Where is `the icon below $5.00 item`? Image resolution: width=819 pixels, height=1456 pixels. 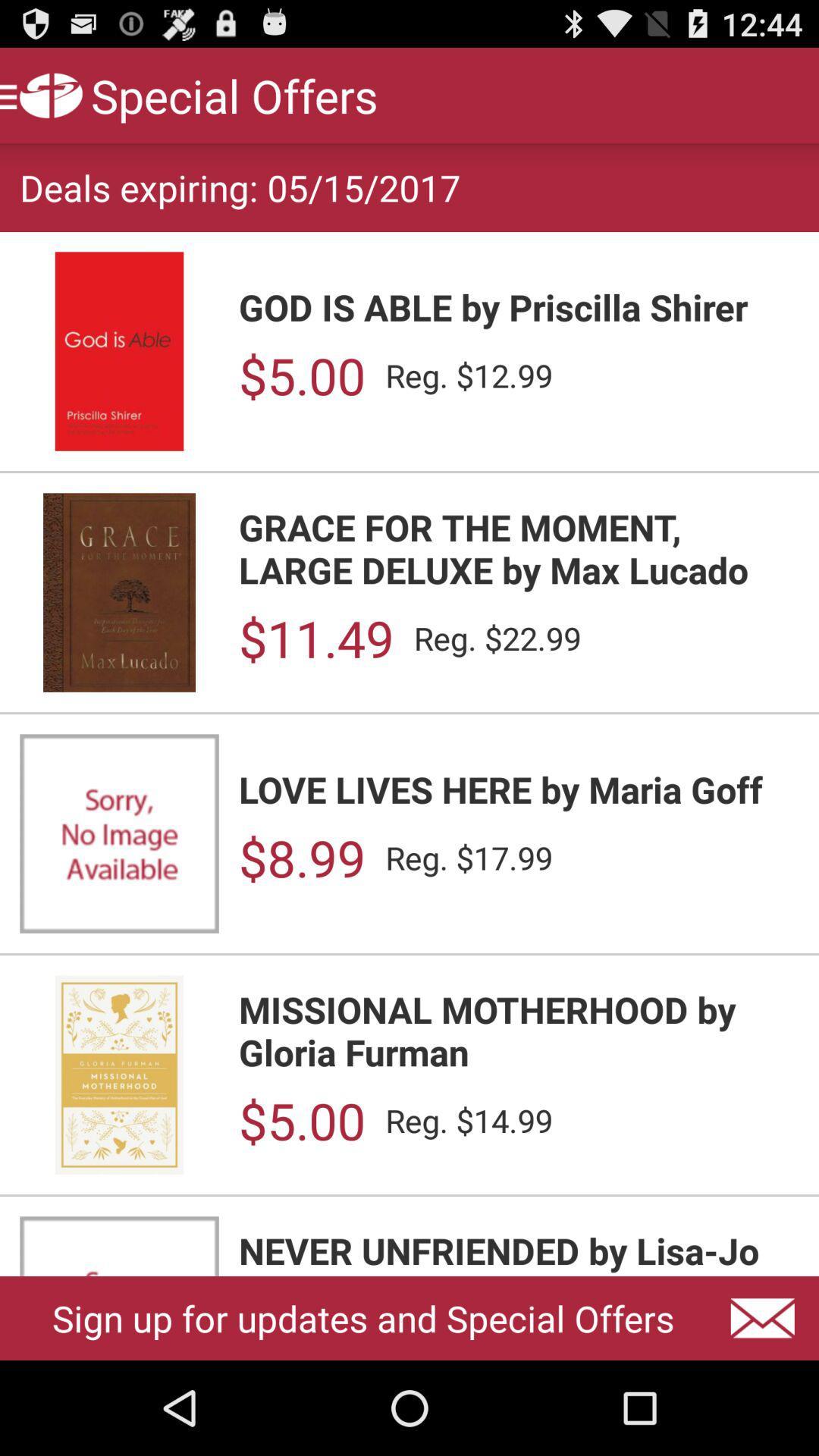
the icon below $5.00 item is located at coordinates (518, 548).